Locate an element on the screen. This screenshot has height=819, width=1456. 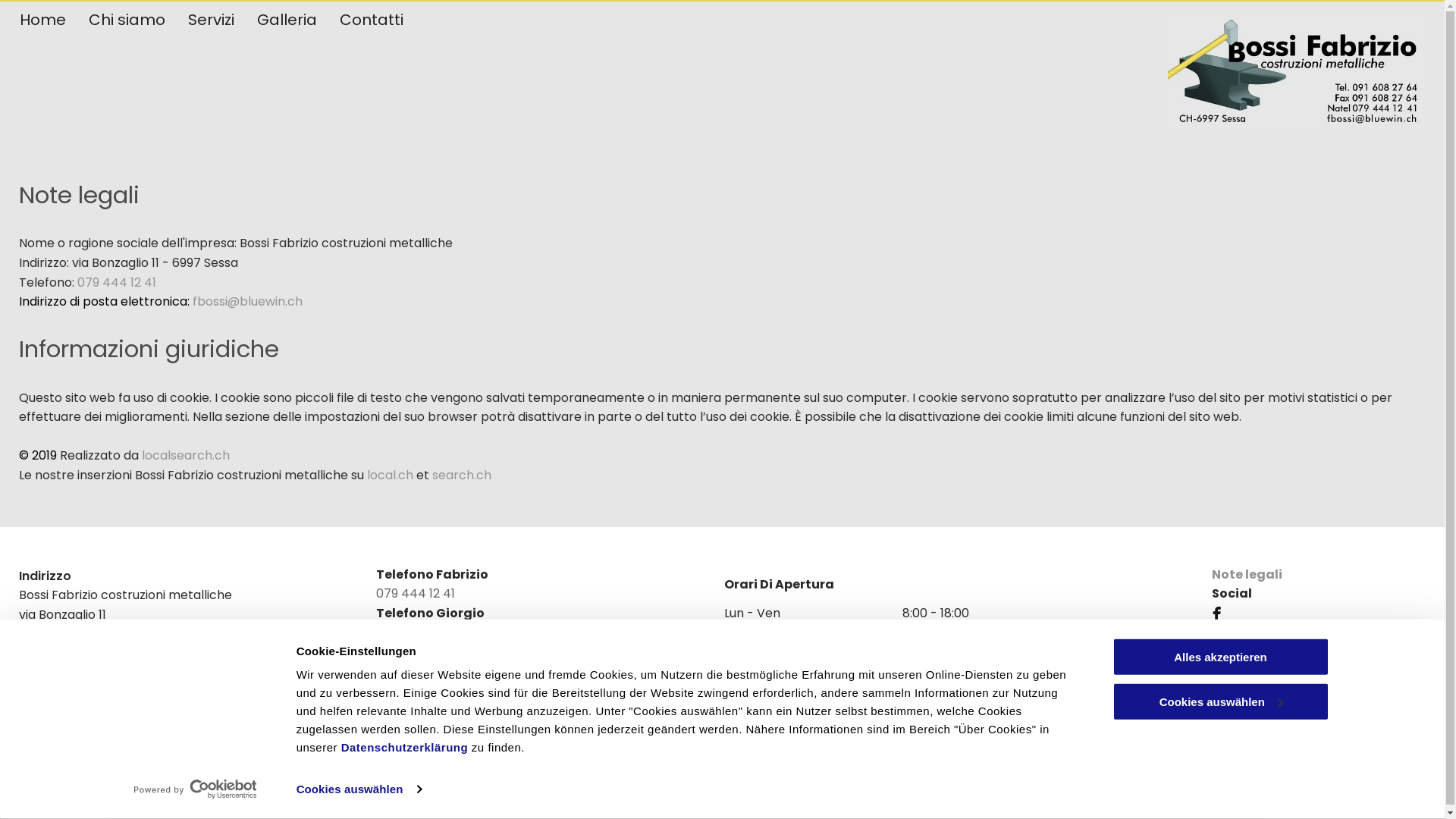
'local.ch' is located at coordinates (367, 474).